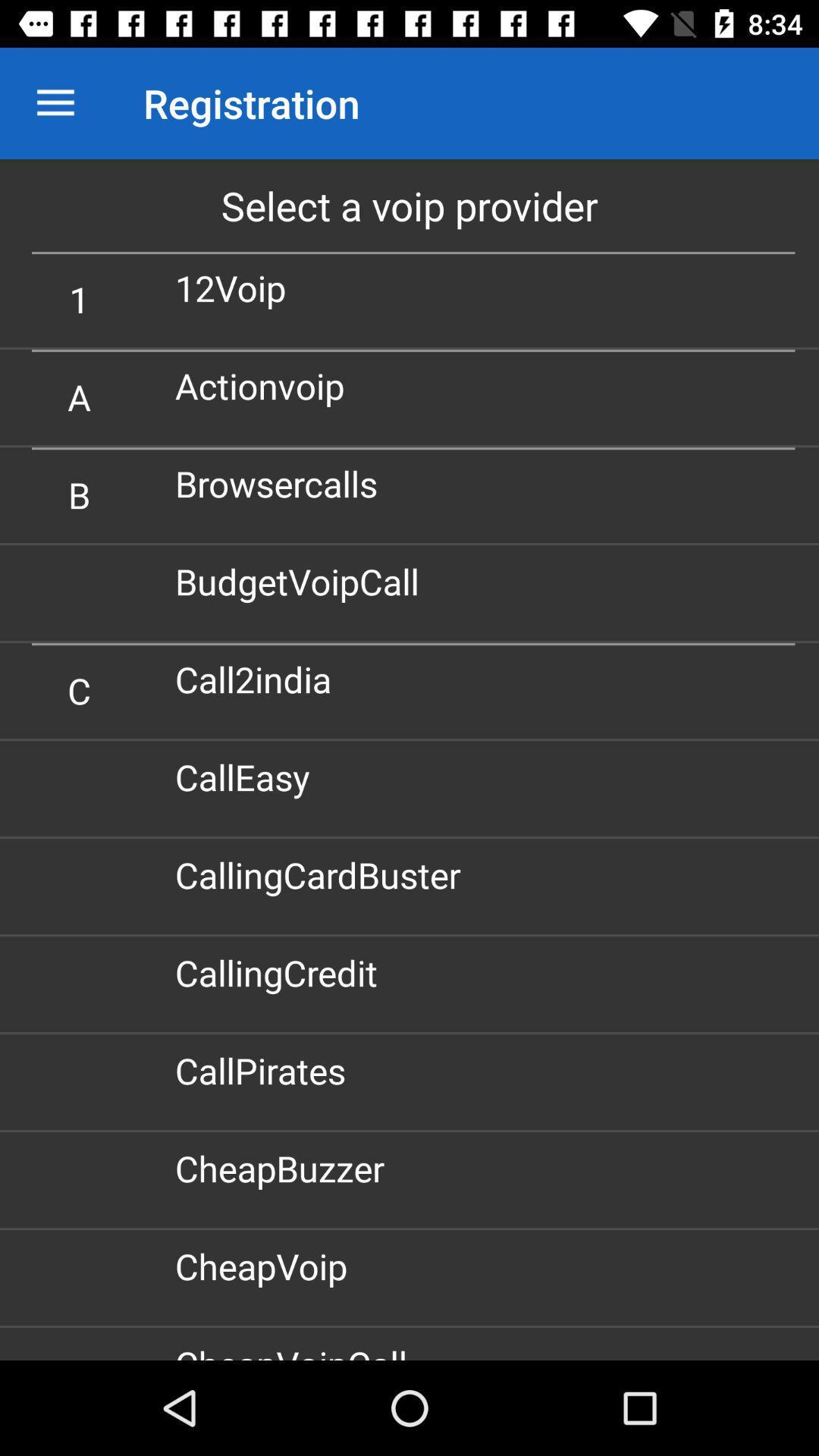 The height and width of the screenshot is (1456, 819). What do you see at coordinates (303, 580) in the screenshot?
I see `the budgetvoipcall` at bounding box center [303, 580].